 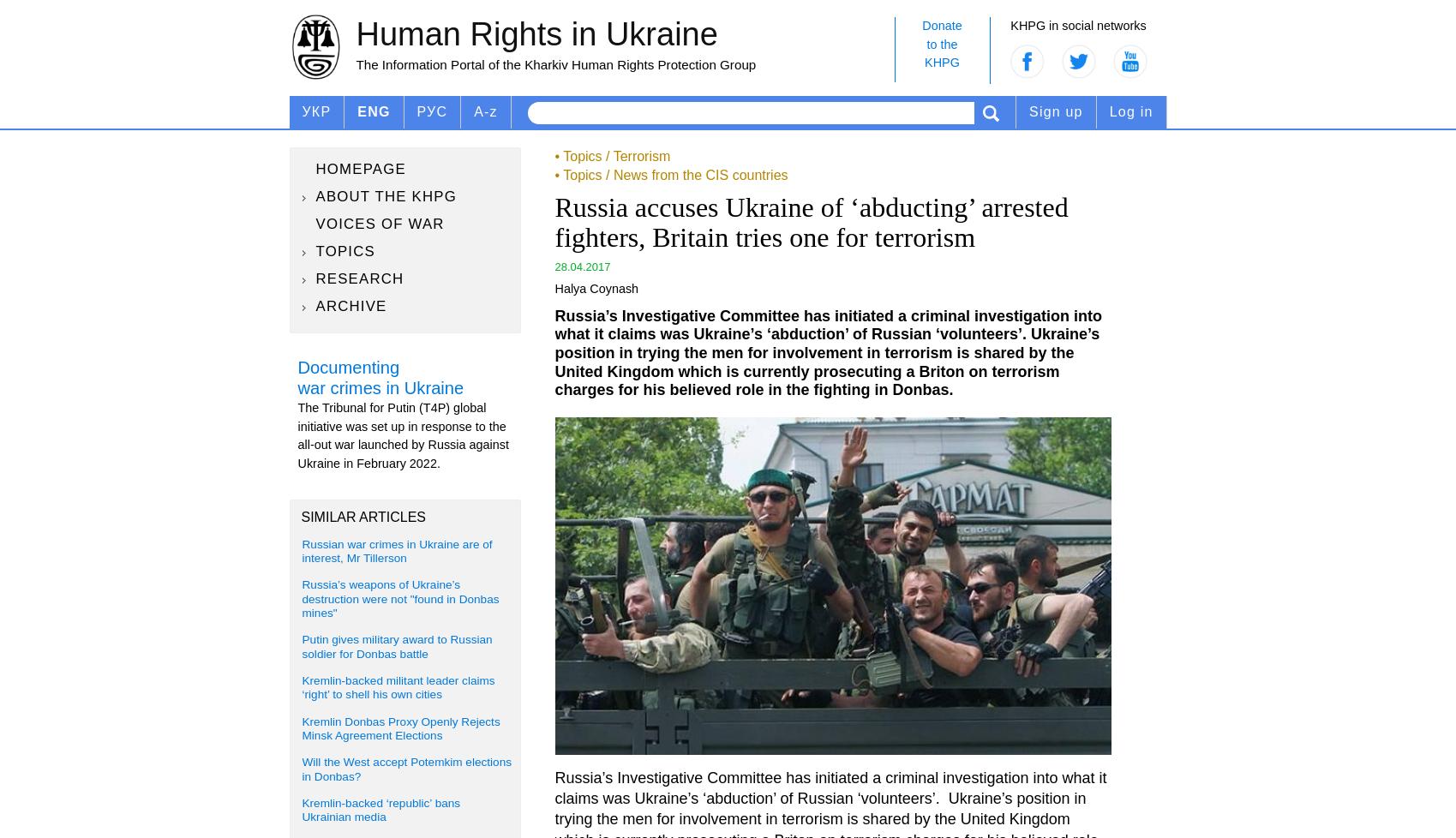 I want to click on 'Russia’s weapons of Ukraine’s destruction were not "found in Donbas mines"', so click(x=301, y=598).